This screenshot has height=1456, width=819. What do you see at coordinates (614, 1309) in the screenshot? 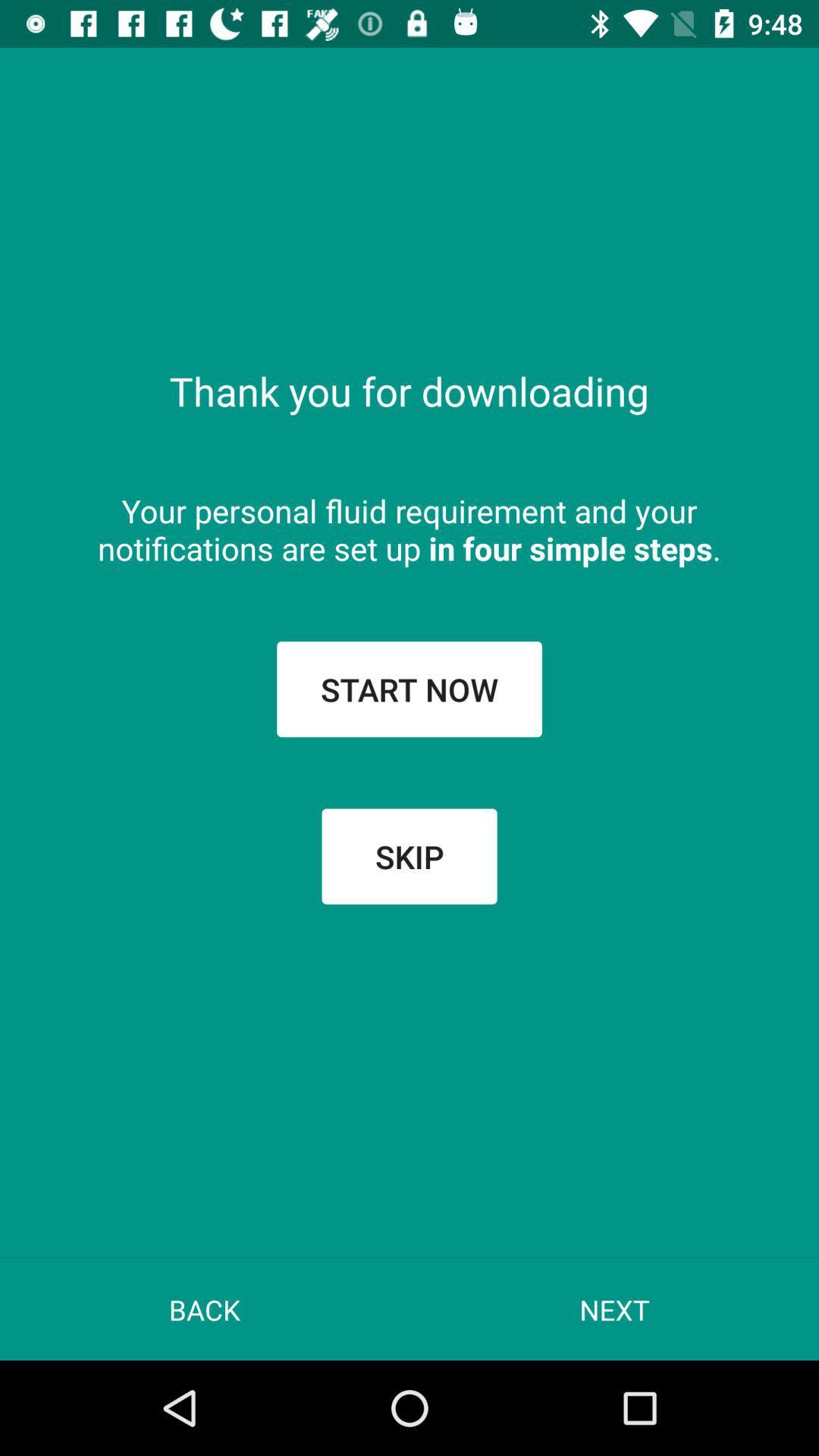
I see `item at the bottom right corner` at bounding box center [614, 1309].